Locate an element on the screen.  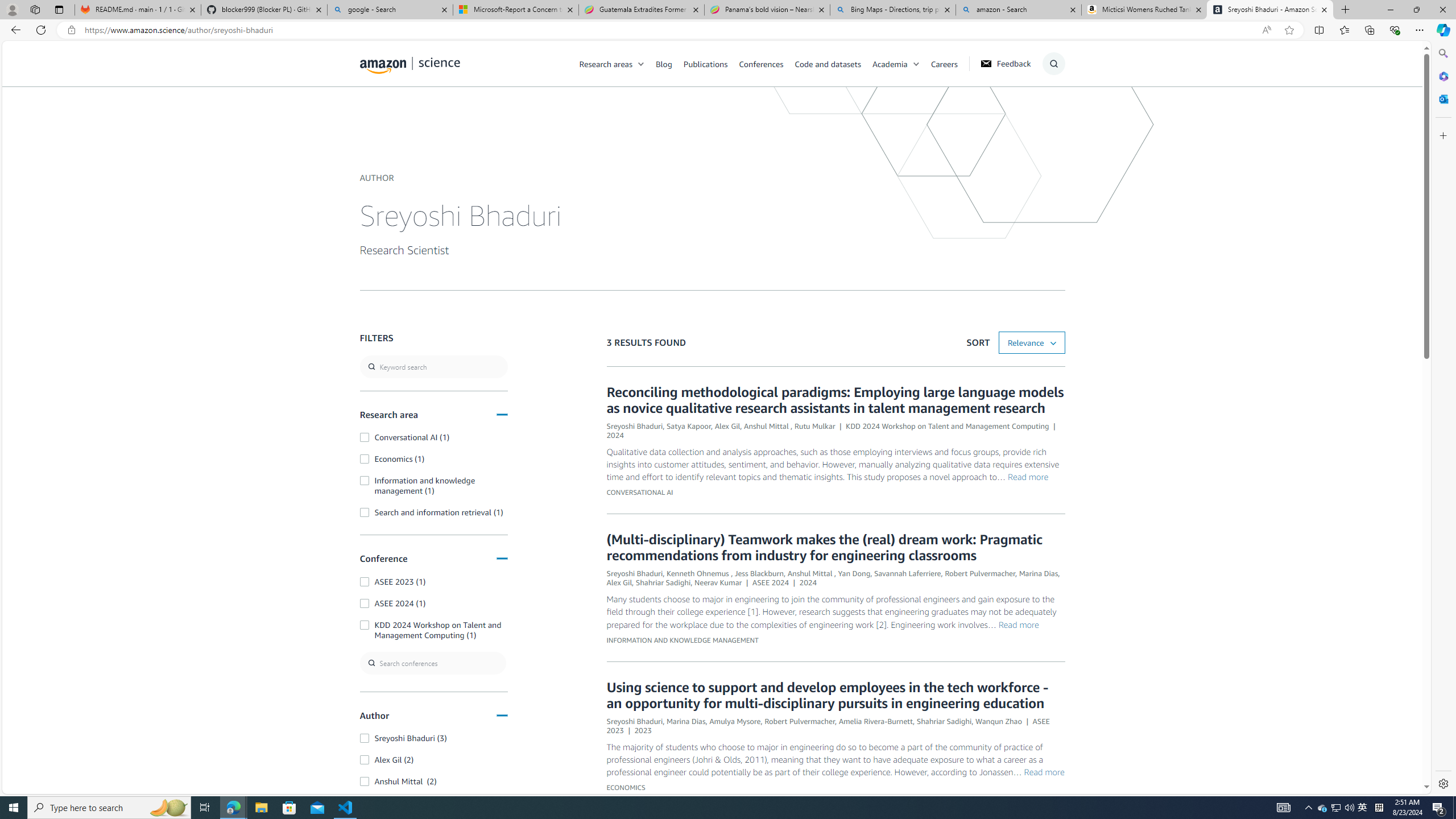
'Shahriar Sadighi' is located at coordinates (944, 721).